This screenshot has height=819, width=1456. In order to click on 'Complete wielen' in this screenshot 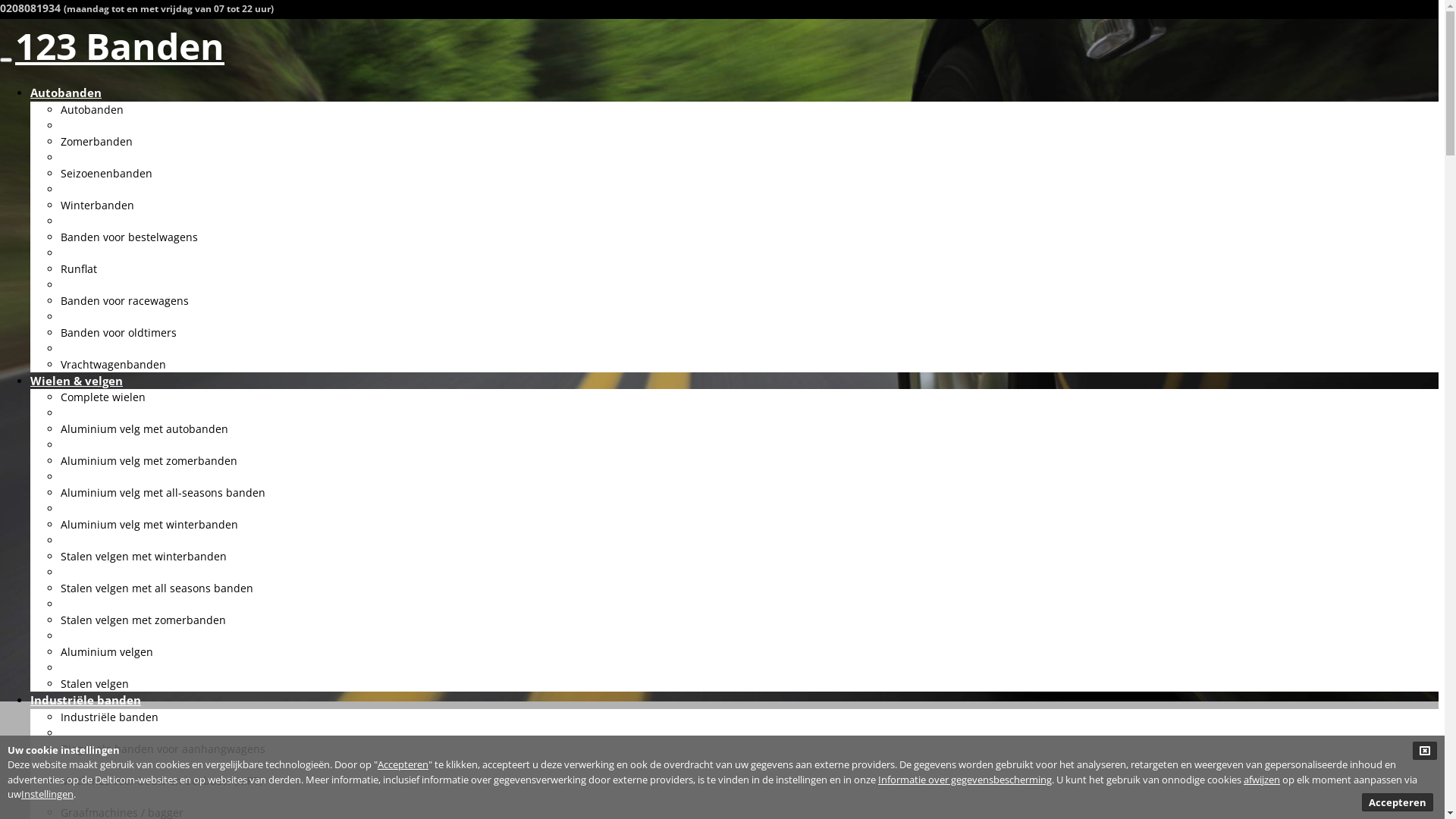, I will do `click(102, 396)`.